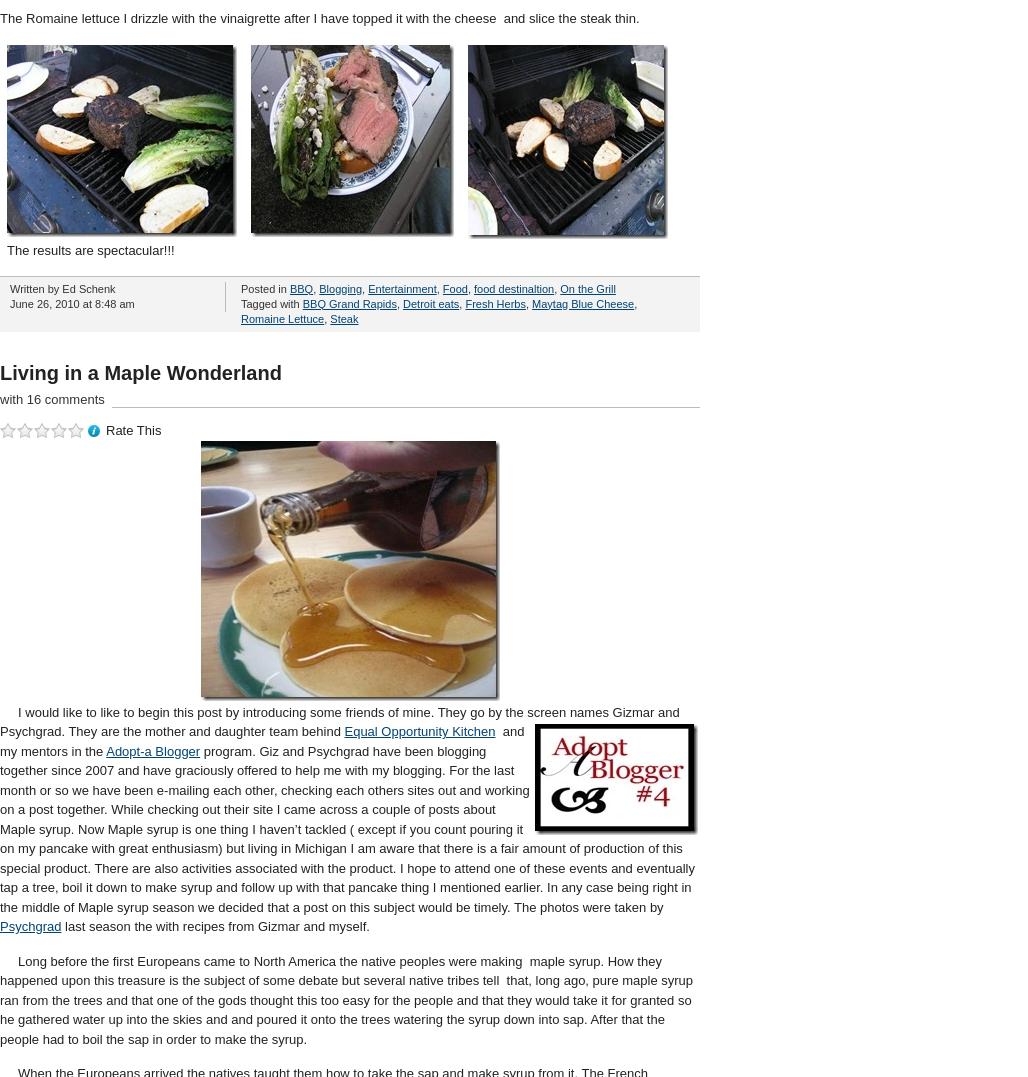 The width and height of the screenshot is (1028, 1077). What do you see at coordinates (473, 286) in the screenshot?
I see `'food destinaltion'` at bounding box center [473, 286].